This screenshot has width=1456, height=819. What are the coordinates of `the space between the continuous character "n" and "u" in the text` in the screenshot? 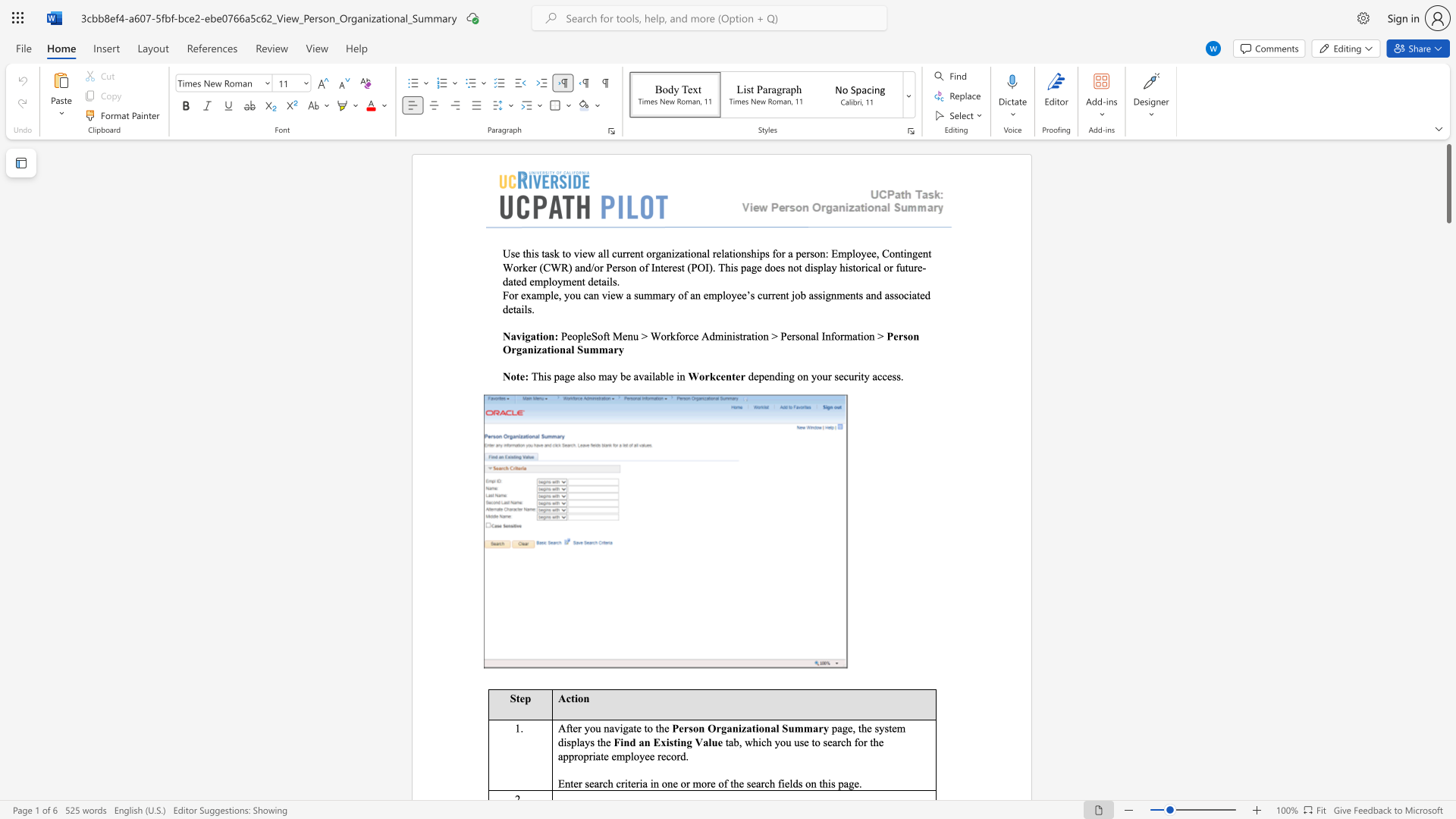 It's located at (632, 335).